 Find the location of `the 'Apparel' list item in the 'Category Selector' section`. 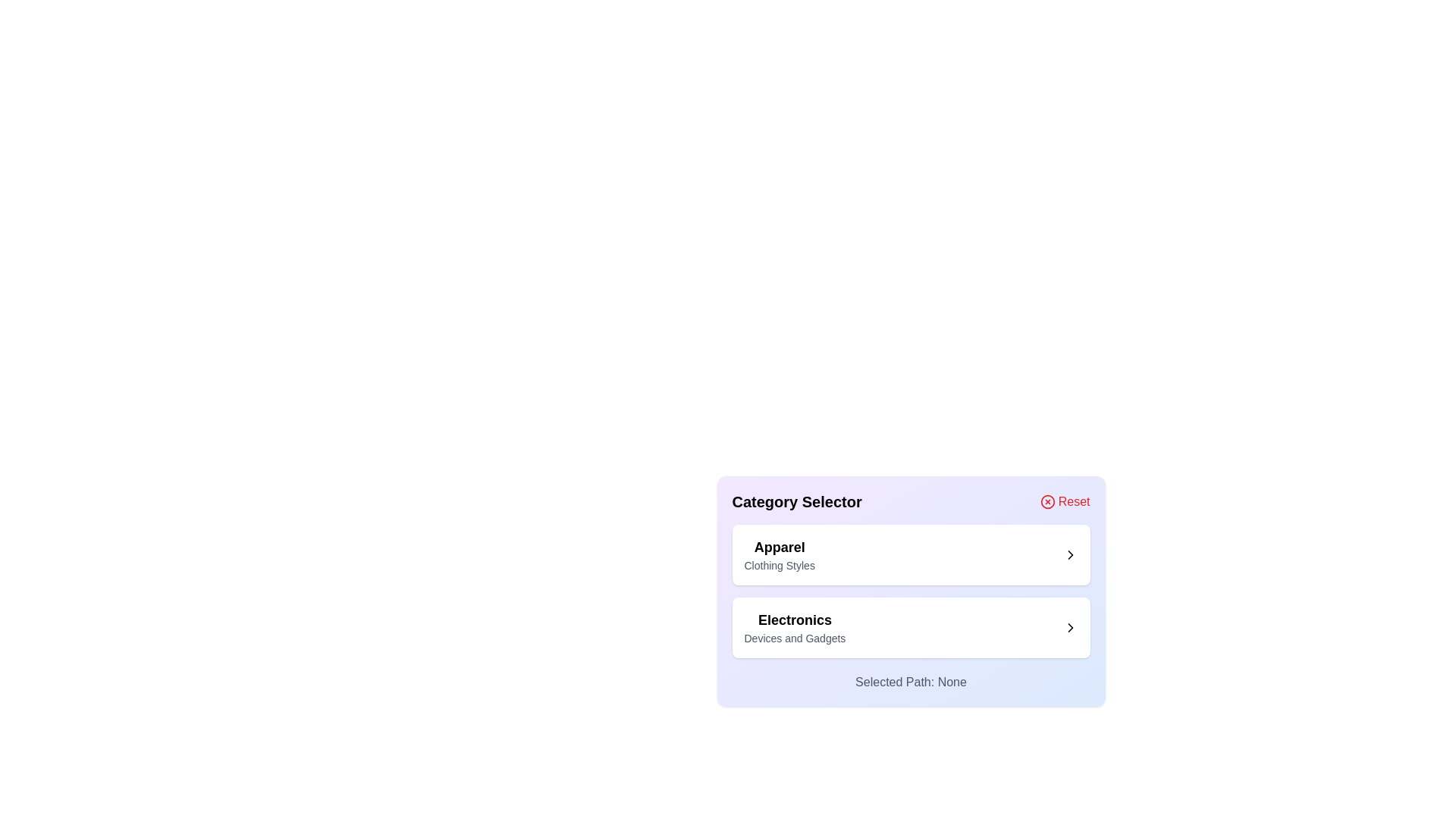

the 'Apparel' list item in the 'Category Selector' section is located at coordinates (780, 555).